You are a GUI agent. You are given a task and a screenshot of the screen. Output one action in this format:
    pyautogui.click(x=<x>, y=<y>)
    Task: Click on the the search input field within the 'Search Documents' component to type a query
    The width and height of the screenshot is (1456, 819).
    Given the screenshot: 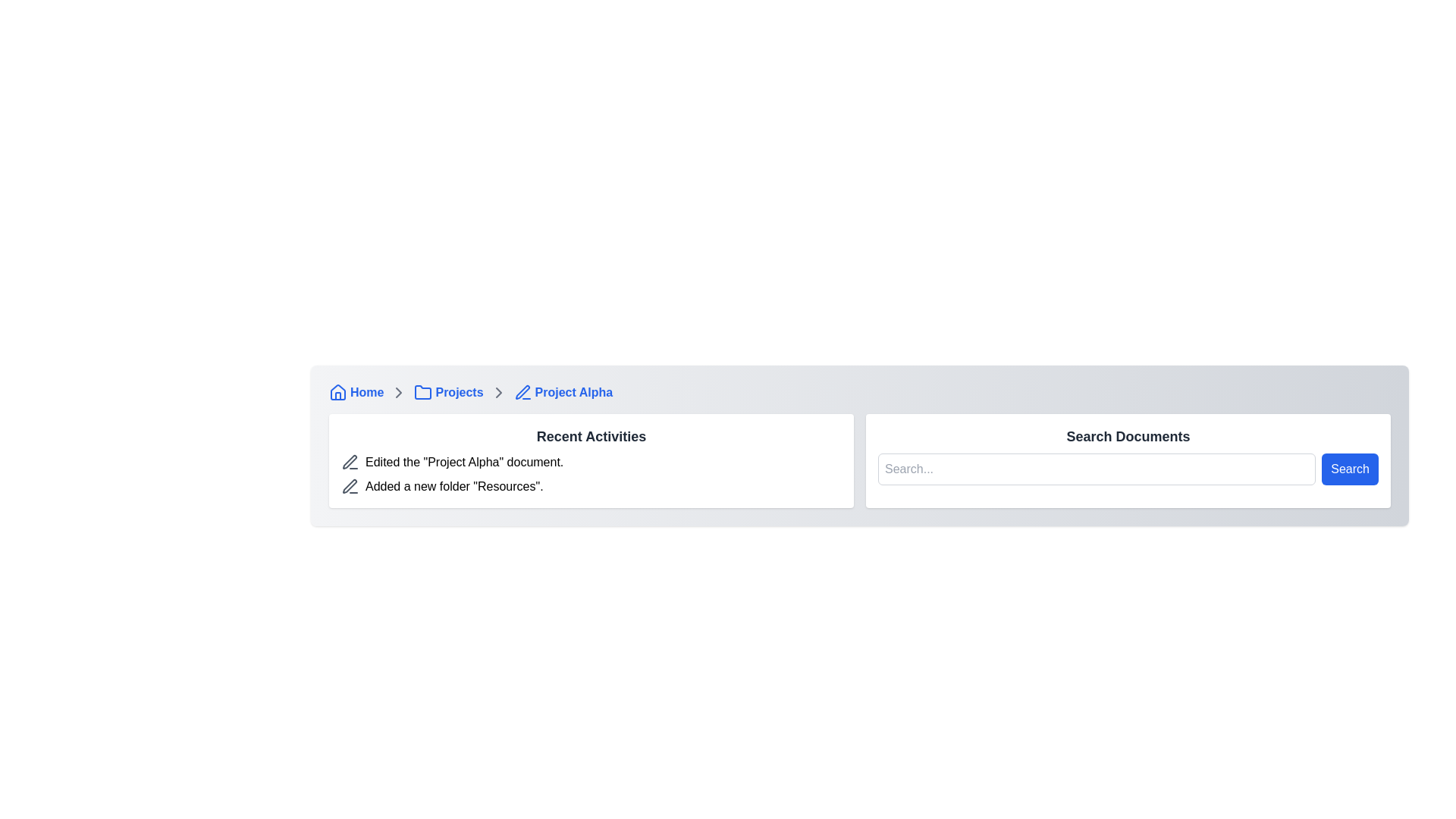 What is the action you would take?
    pyautogui.click(x=1128, y=460)
    